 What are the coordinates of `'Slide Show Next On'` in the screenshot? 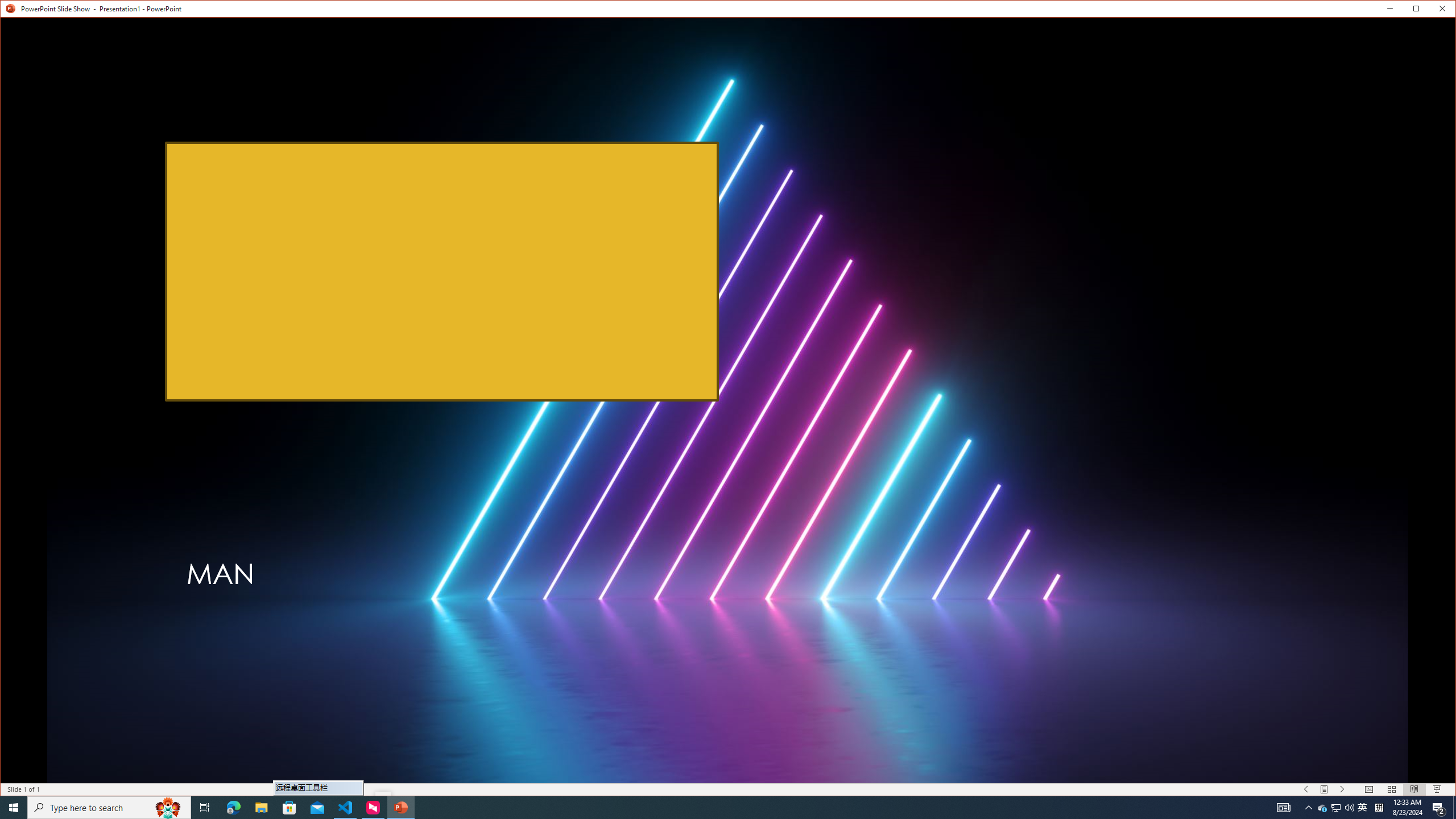 It's located at (1342, 789).